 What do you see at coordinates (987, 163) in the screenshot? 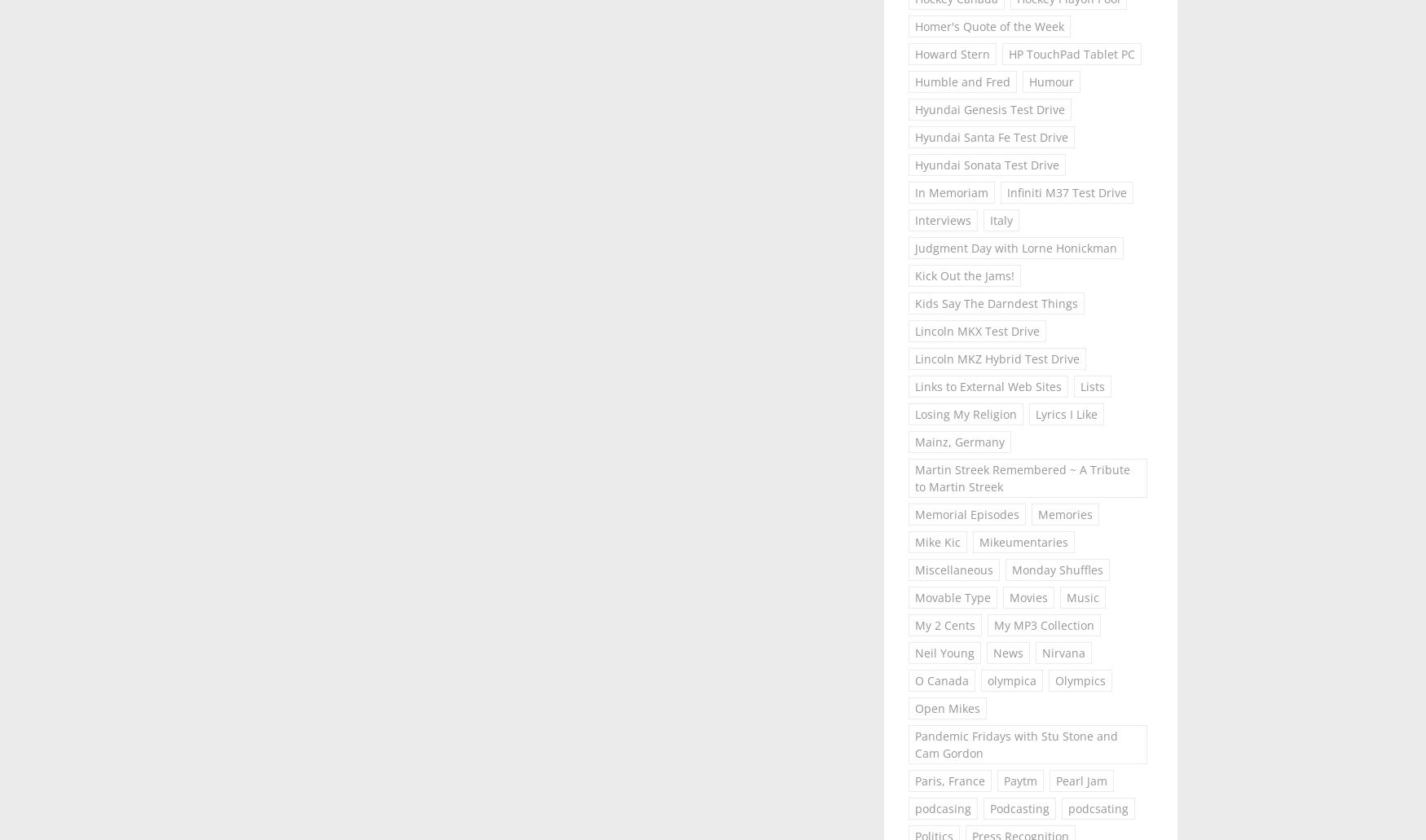
I see `'Hyundai Sonata Test Drive'` at bounding box center [987, 163].